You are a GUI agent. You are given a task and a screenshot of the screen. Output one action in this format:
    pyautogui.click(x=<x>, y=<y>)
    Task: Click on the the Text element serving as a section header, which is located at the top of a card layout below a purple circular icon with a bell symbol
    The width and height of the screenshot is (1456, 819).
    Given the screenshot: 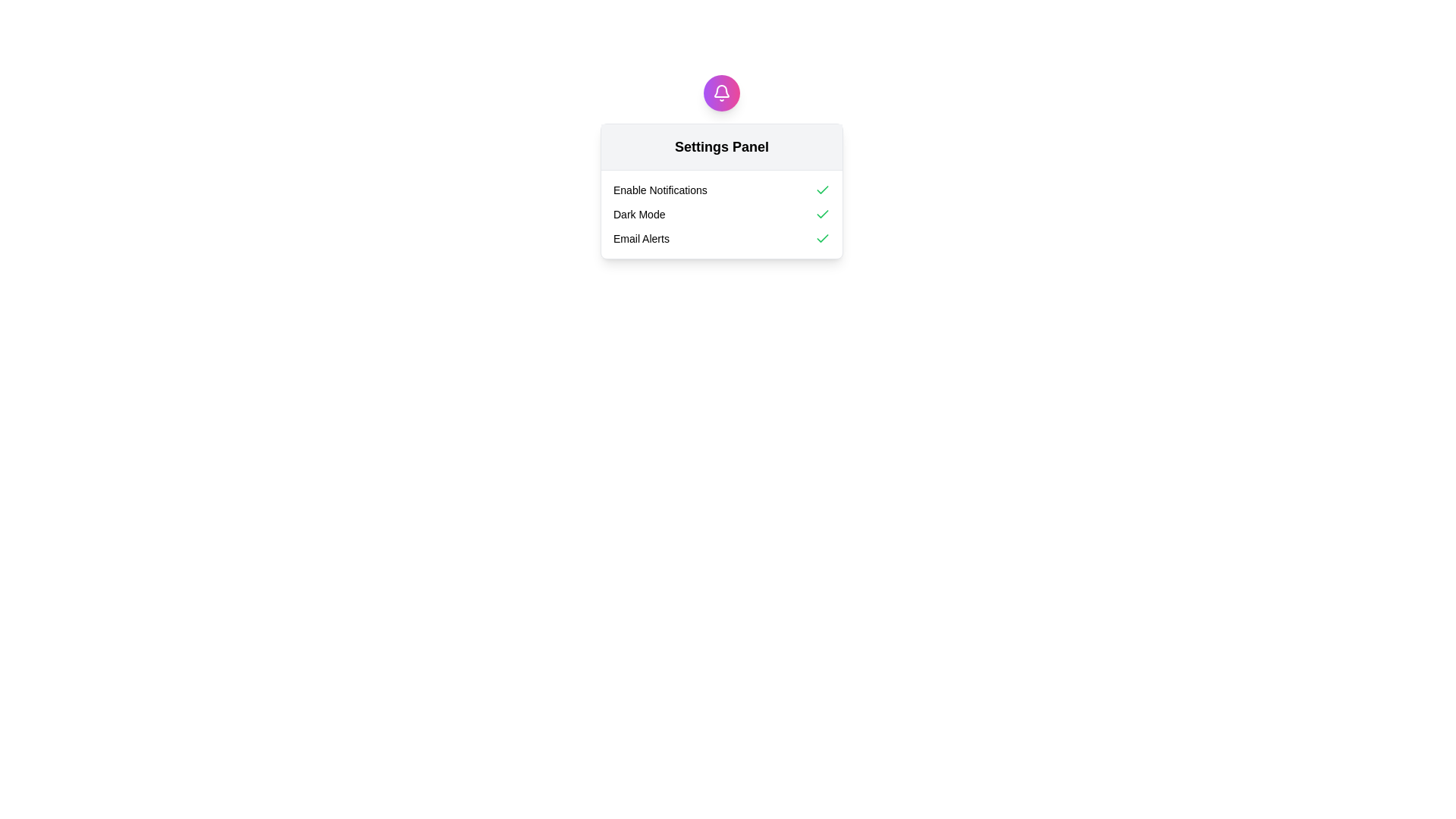 What is the action you would take?
    pyautogui.click(x=720, y=147)
    